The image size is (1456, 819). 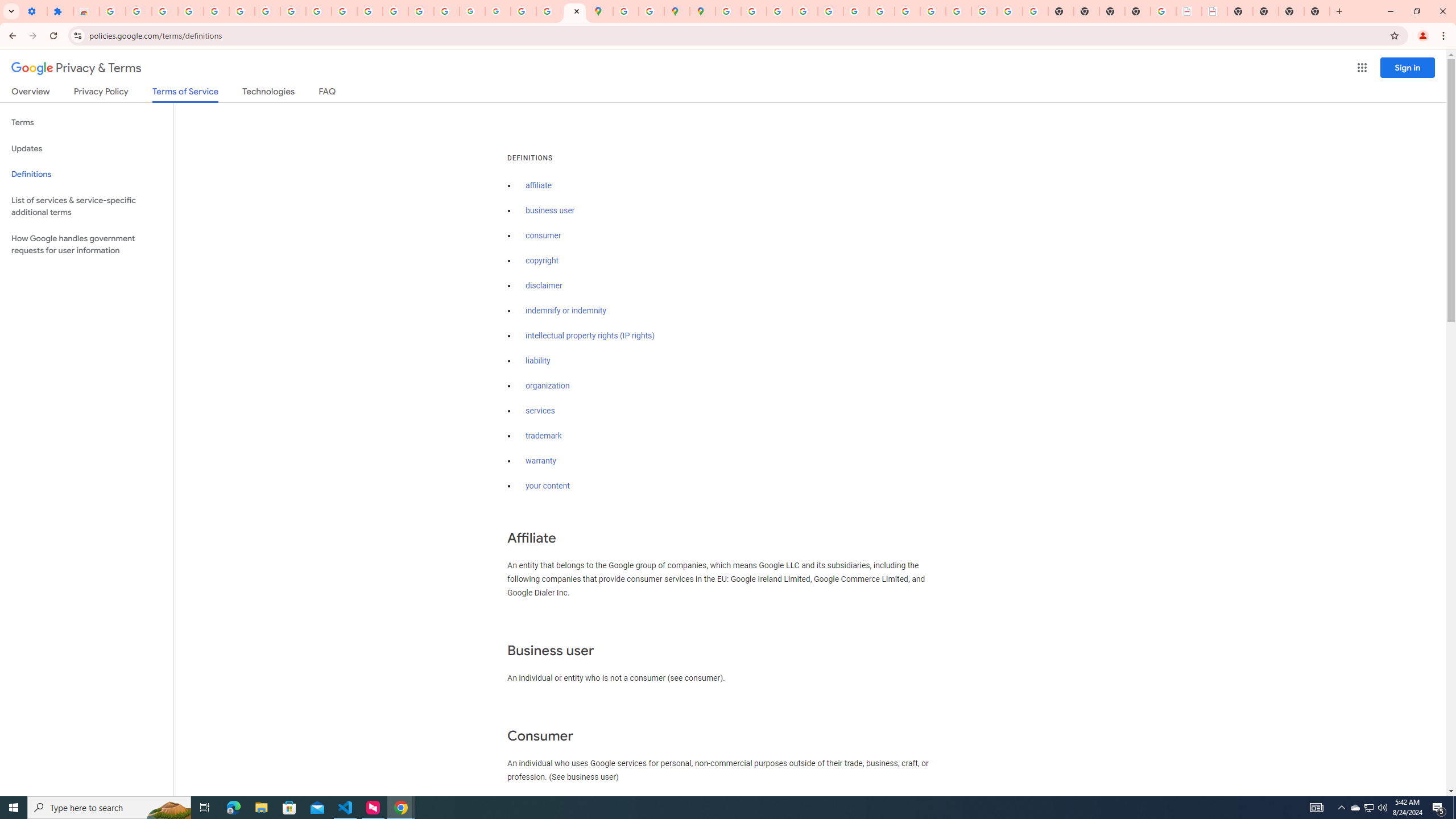 I want to click on 'View site information', so click(x=77, y=35).